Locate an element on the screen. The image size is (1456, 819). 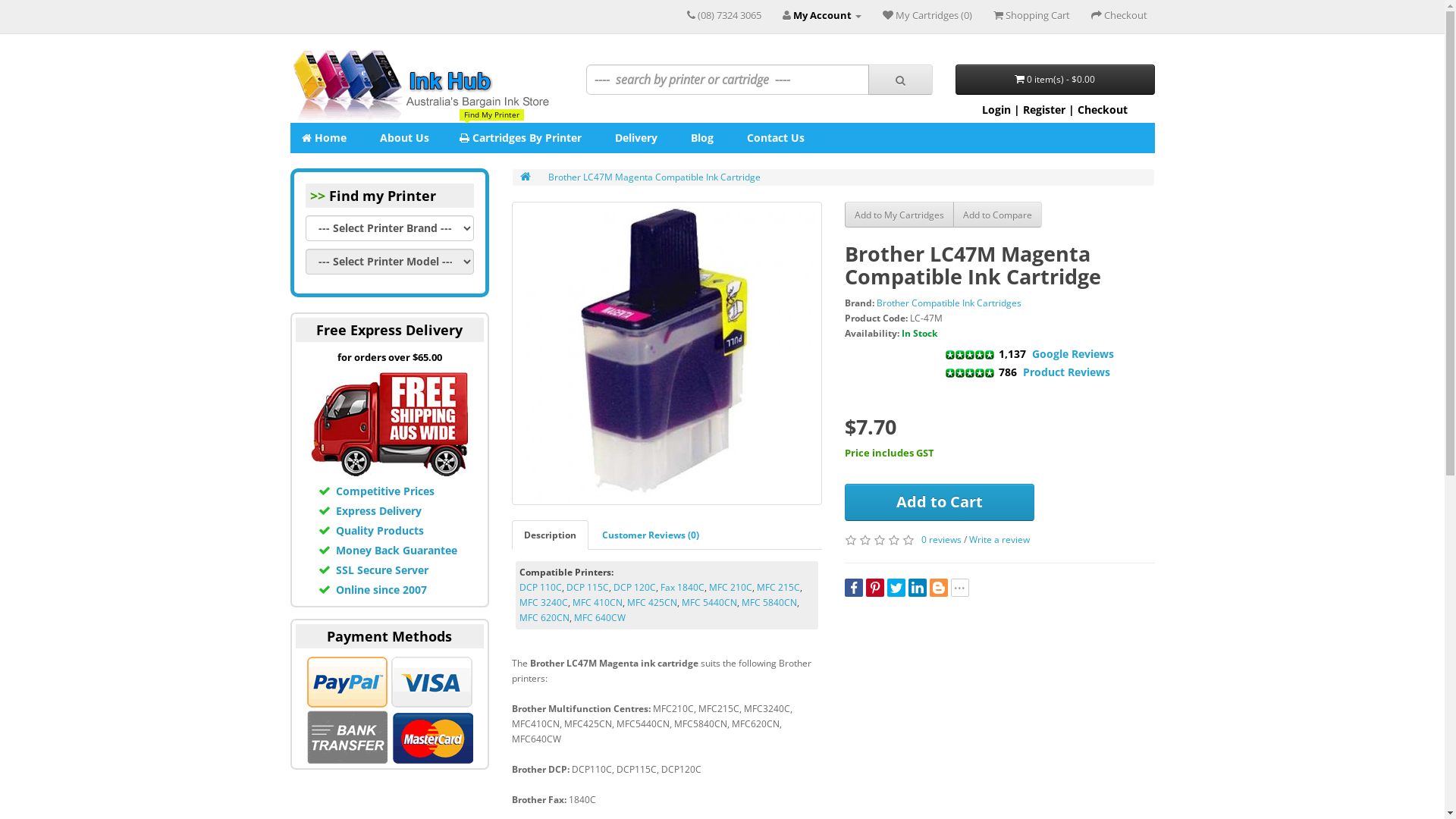
'MFC 210C' is located at coordinates (708, 586).